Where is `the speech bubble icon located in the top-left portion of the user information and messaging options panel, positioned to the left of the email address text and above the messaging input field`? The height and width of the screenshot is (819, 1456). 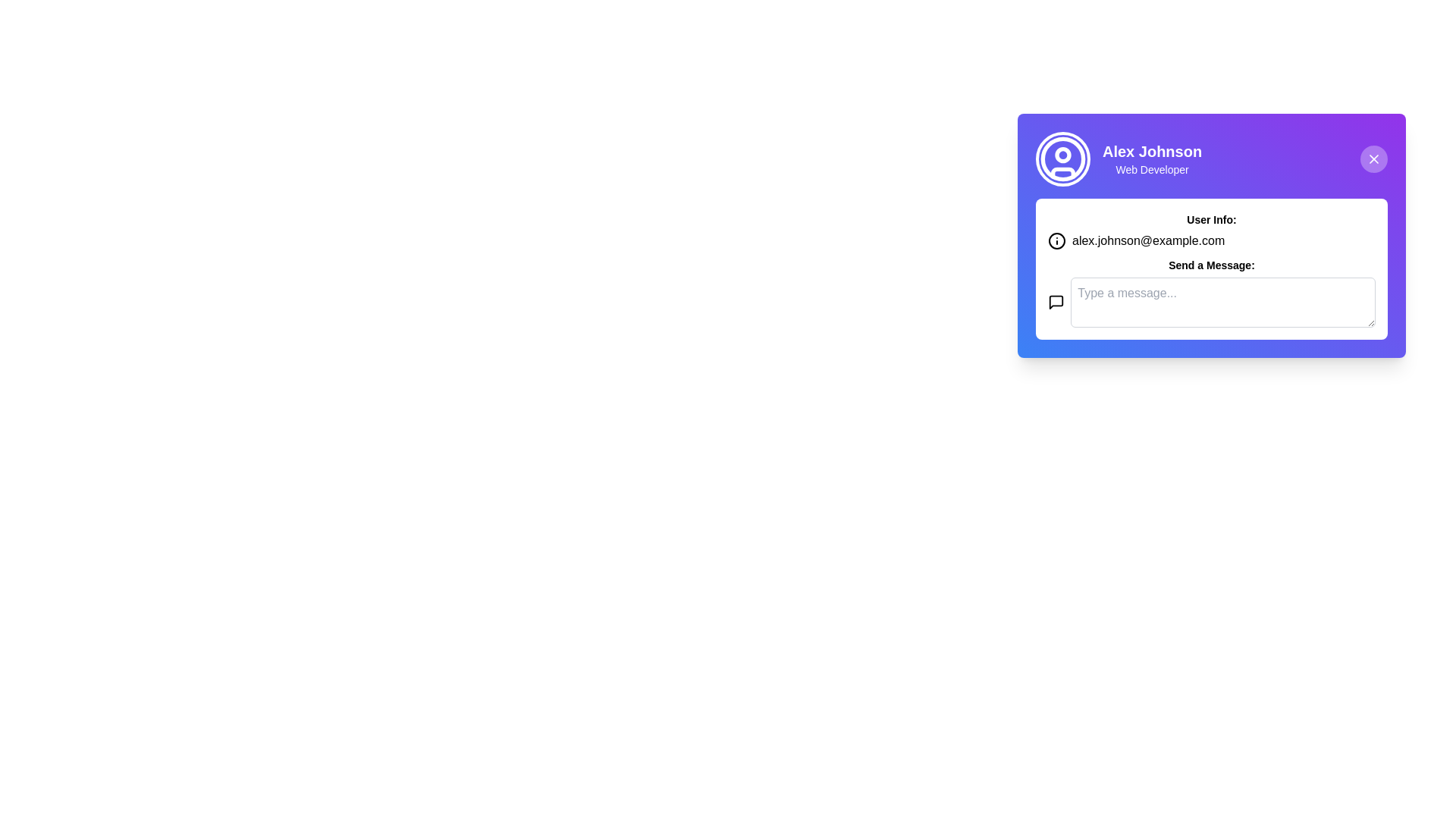 the speech bubble icon located in the top-left portion of the user information and messaging options panel, positioned to the left of the email address text and above the messaging input field is located at coordinates (1056, 302).